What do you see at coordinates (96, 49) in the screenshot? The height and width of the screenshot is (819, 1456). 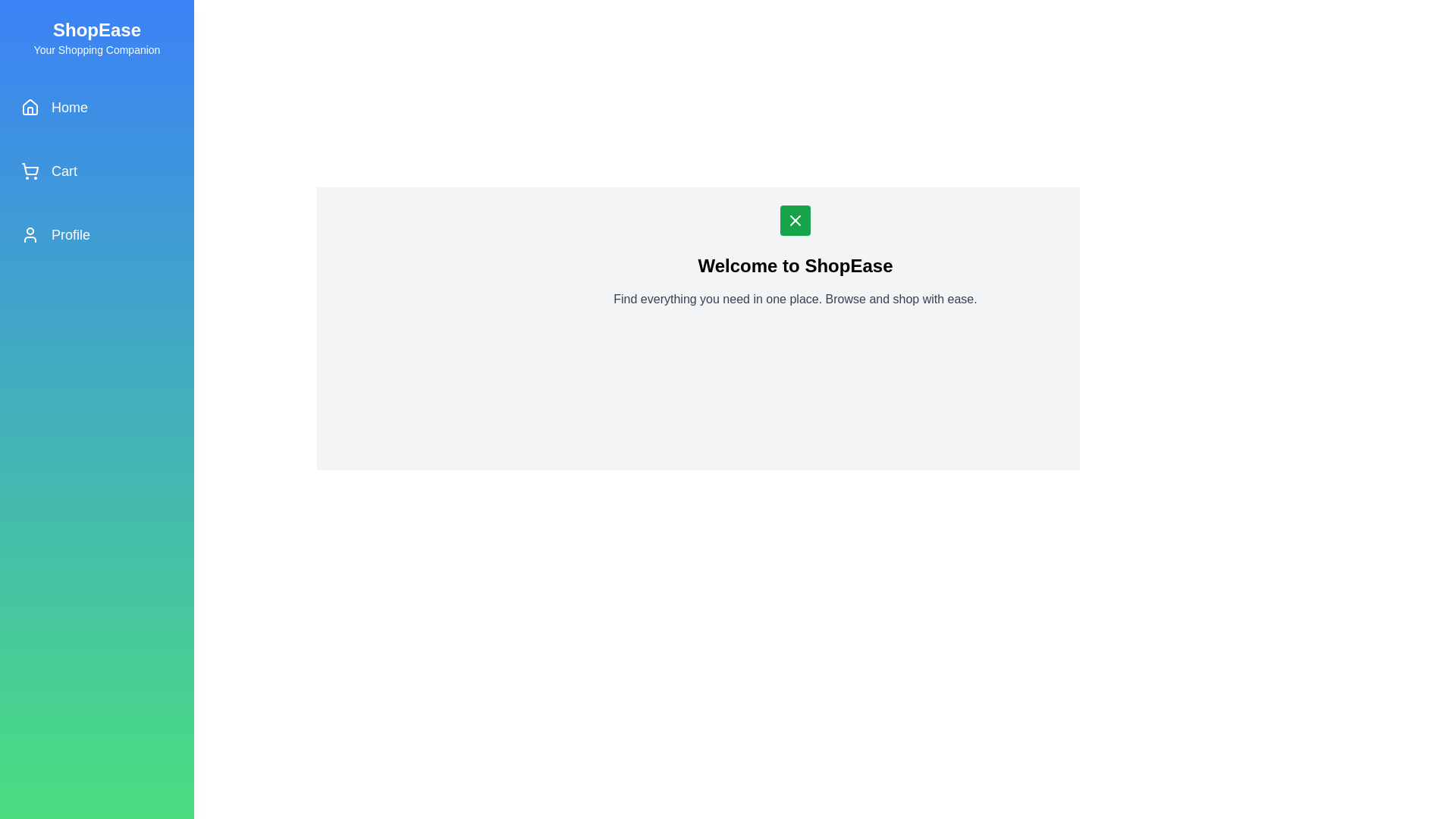 I see `the text label displaying 'Your Shopping Companion', which is located directly below the 'ShopEase' header in the sidebar area` at bounding box center [96, 49].